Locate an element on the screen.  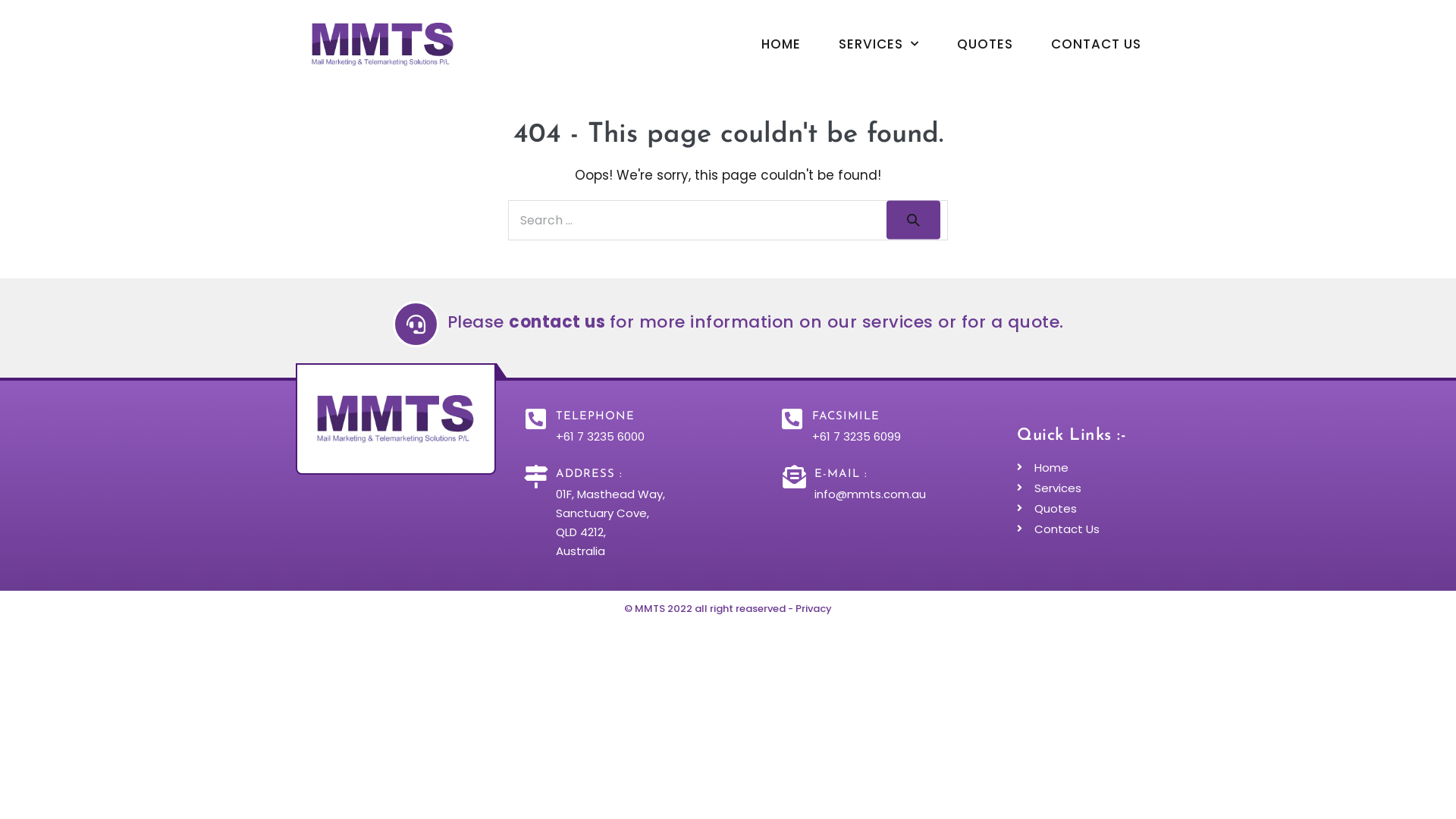
'QUOTES' is located at coordinates (985, 42).